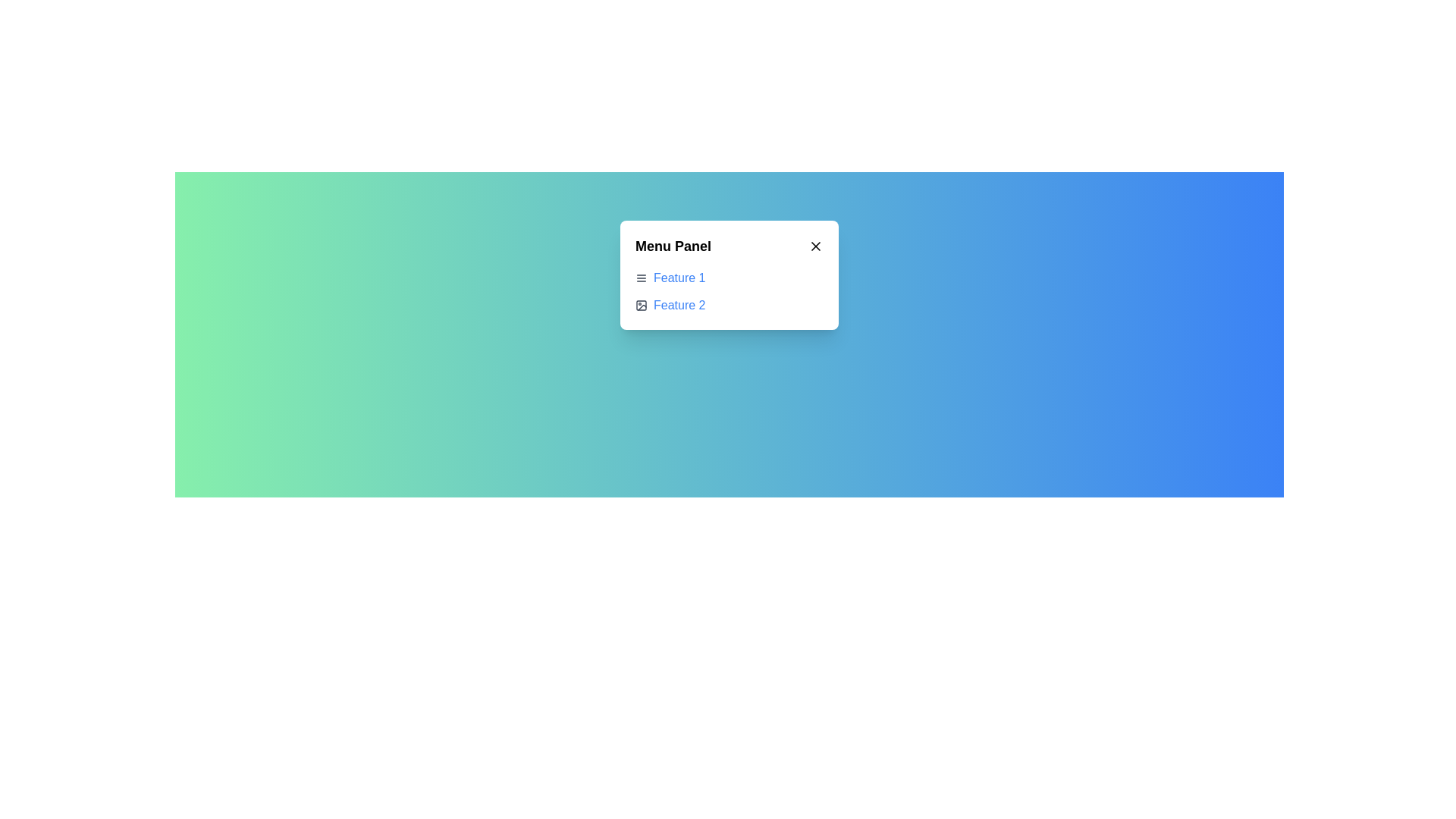 The image size is (1456, 819). What do you see at coordinates (814, 245) in the screenshot?
I see `the small cross-shaped close icon located at the top right corner of the 'Menu Panel'` at bounding box center [814, 245].